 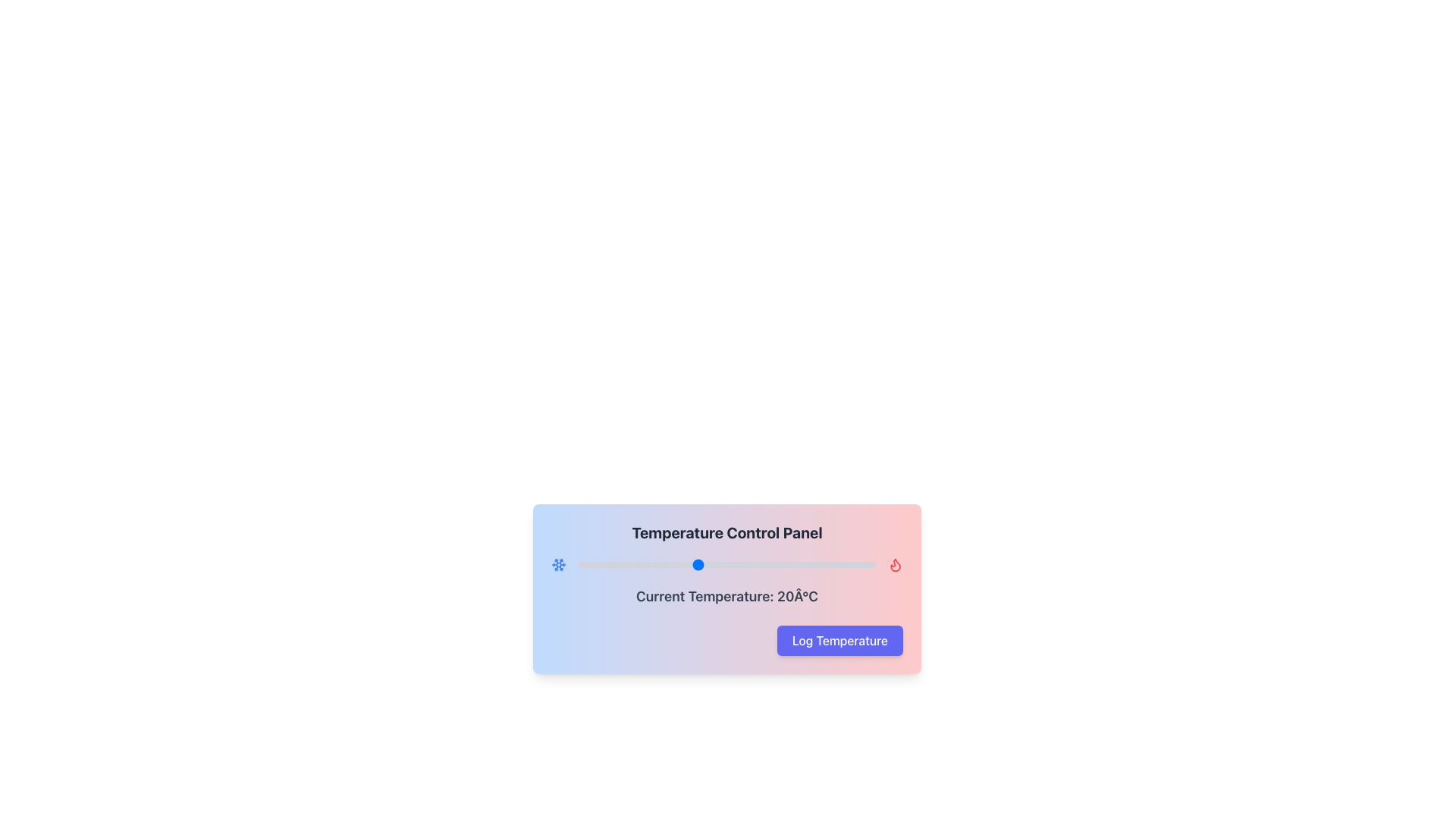 What do you see at coordinates (757, 564) in the screenshot?
I see `the temperature slider` at bounding box center [757, 564].